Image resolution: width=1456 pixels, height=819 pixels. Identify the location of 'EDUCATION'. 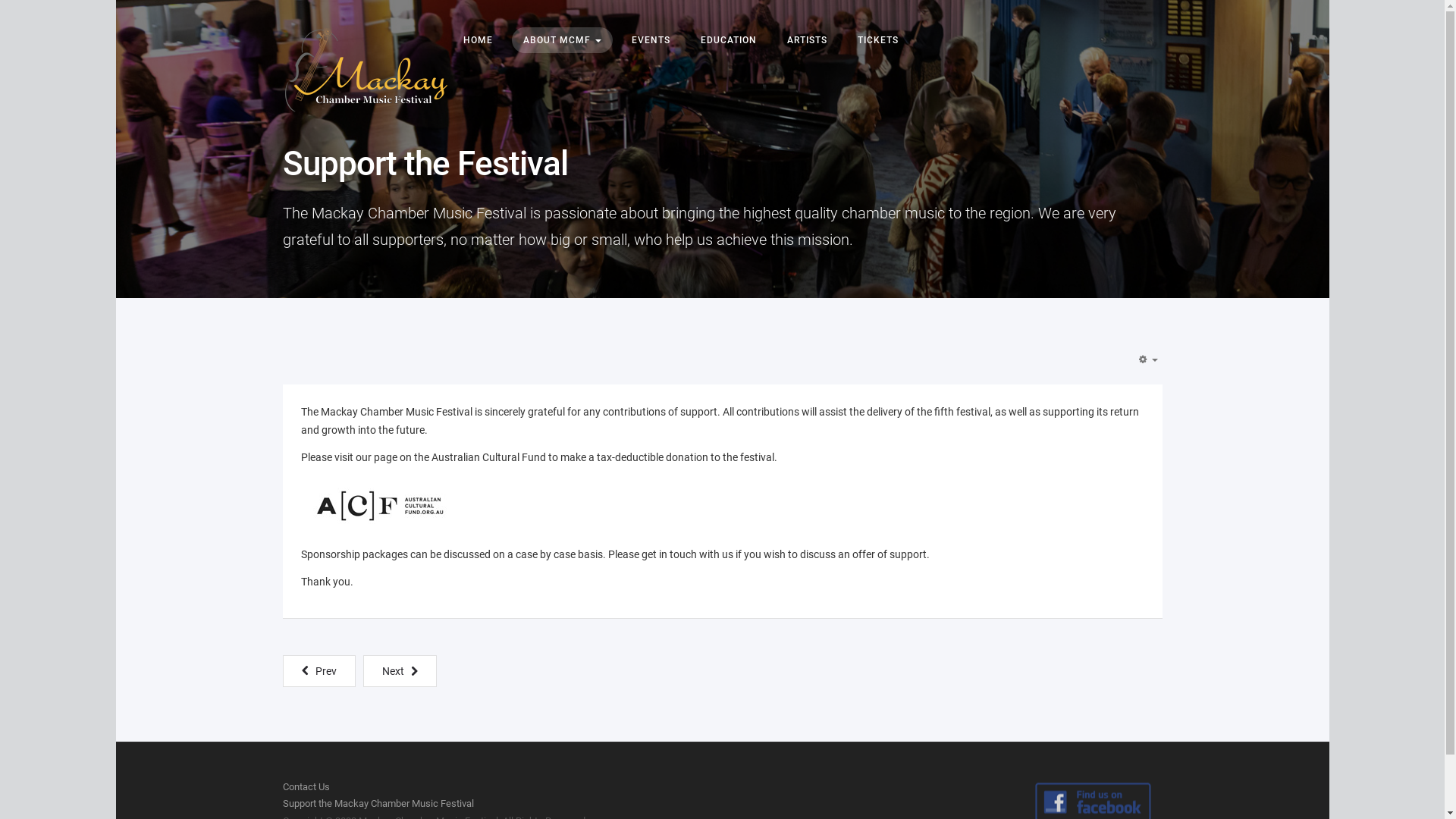
(728, 39).